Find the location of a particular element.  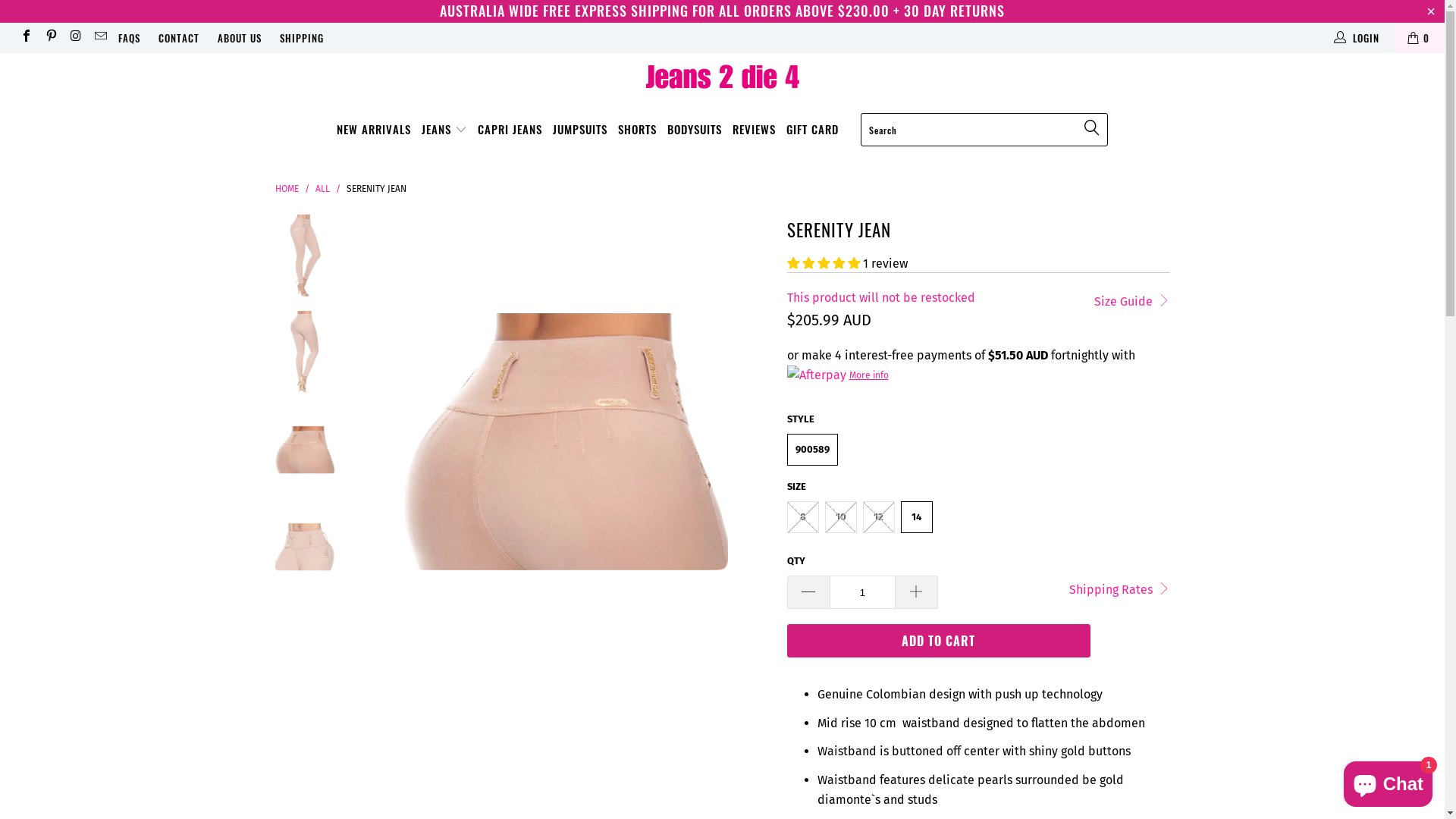

'REVIEWS' is located at coordinates (754, 129).